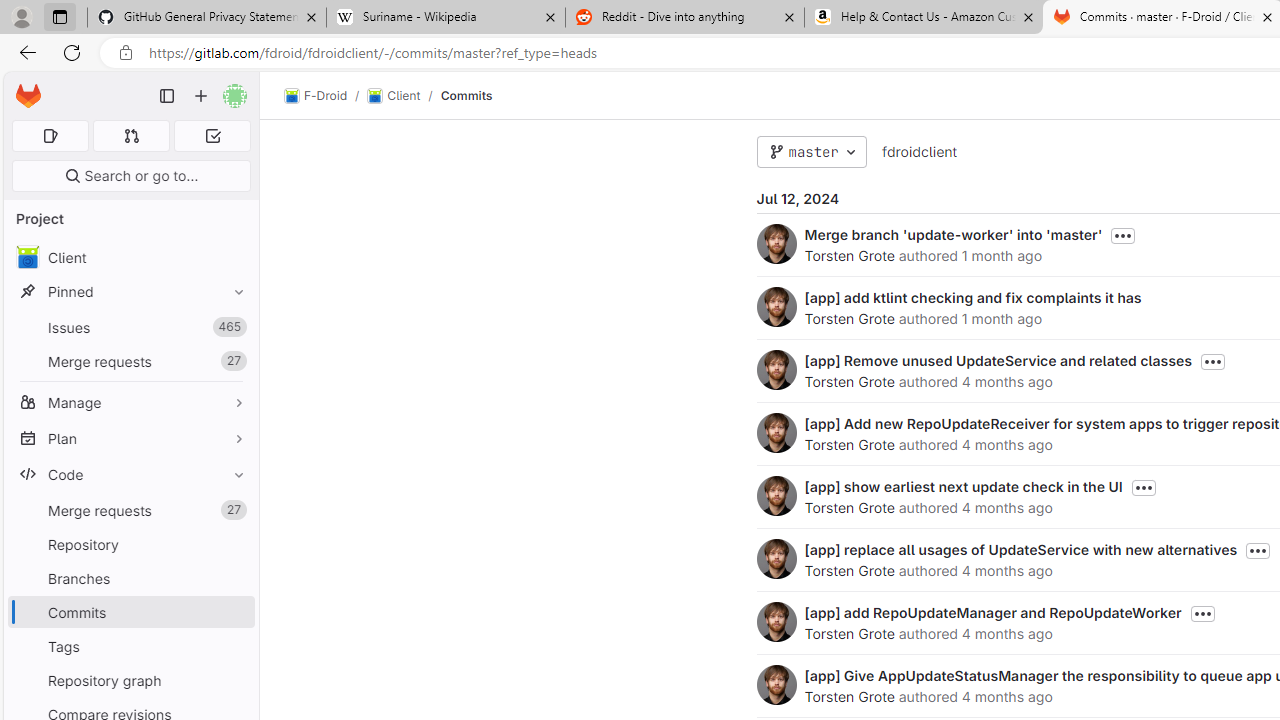  What do you see at coordinates (130, 646) in the screenshot?
I see `'Tags'` at bounding box center [130, 646].